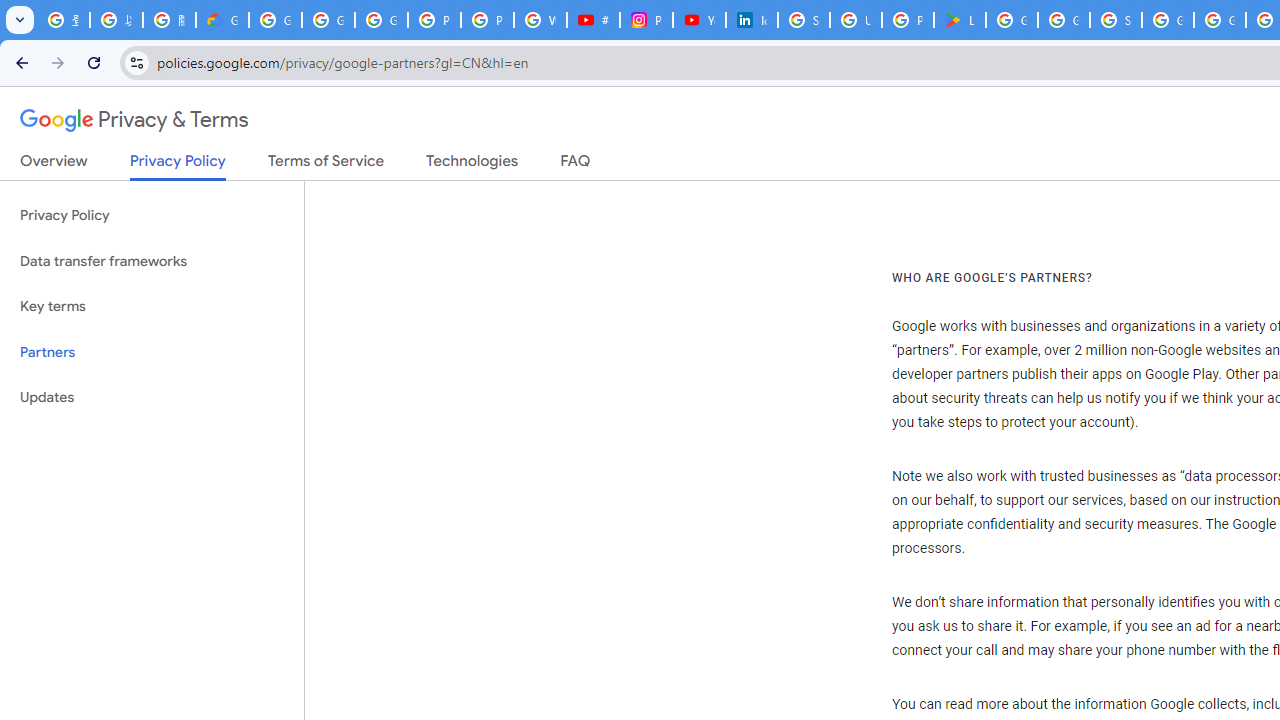 The height and width of the screenshot is (720, 1280). Describe the element at coordinates (326, 164) in the screenshot. I see `'Terms of Service'` at that location.